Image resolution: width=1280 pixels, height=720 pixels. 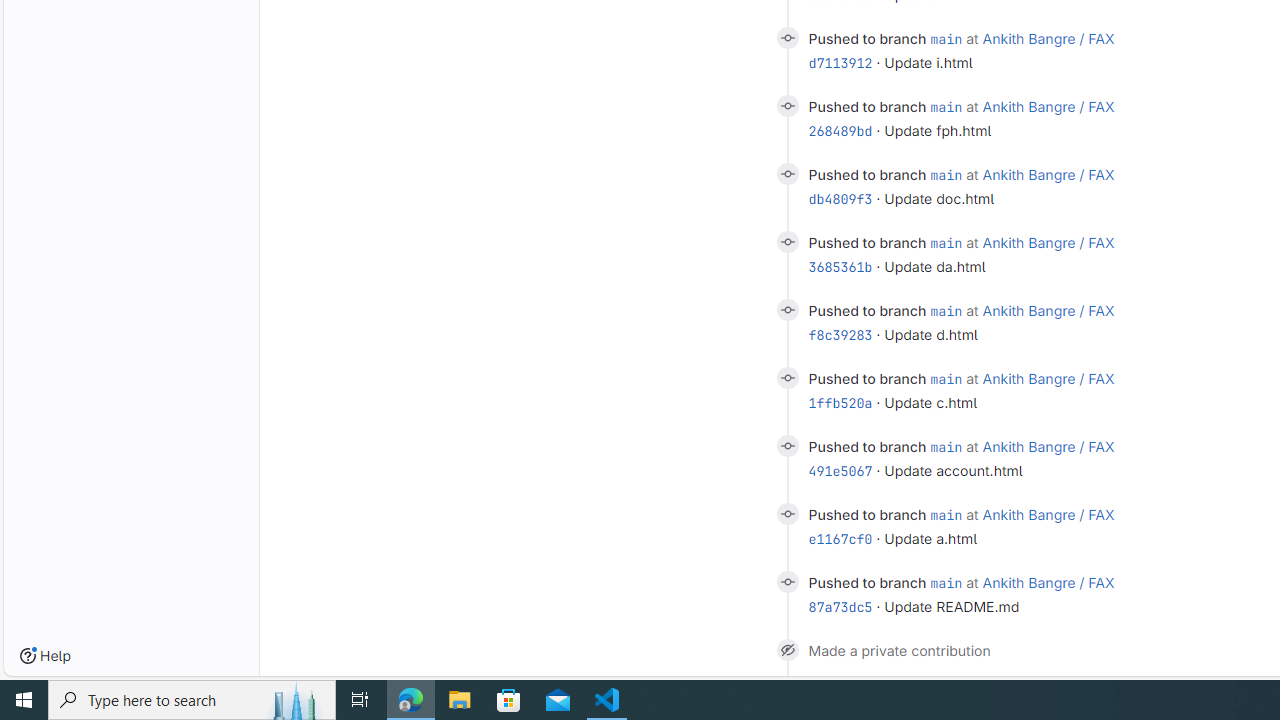 What do you see at coordinates (840, 537) in the screenshot?
I see `'e1167cf0'` at bounding box center [840, 537].